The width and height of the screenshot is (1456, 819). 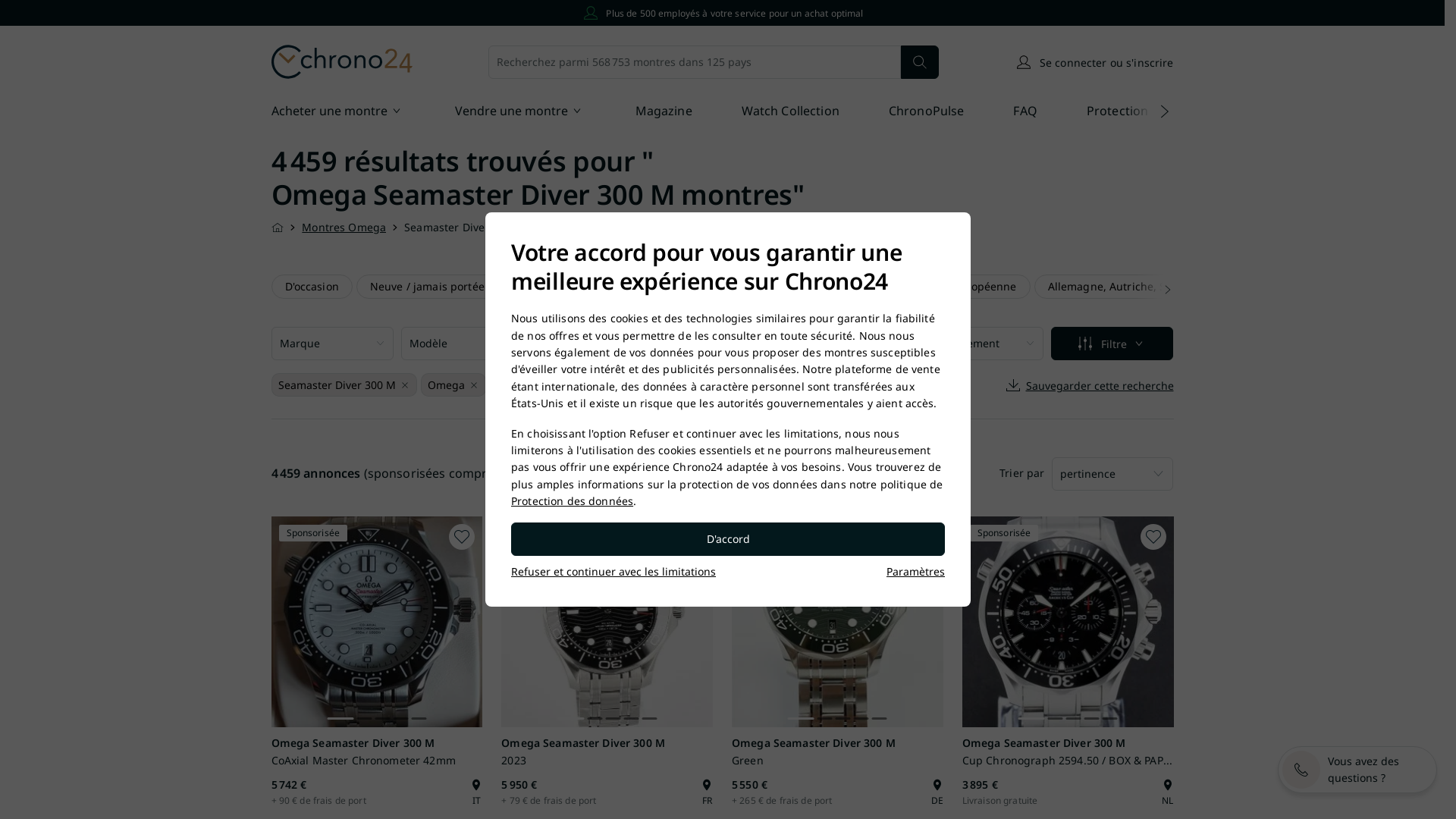 I want to click on 'D'accord', so click(x=728, y=538).